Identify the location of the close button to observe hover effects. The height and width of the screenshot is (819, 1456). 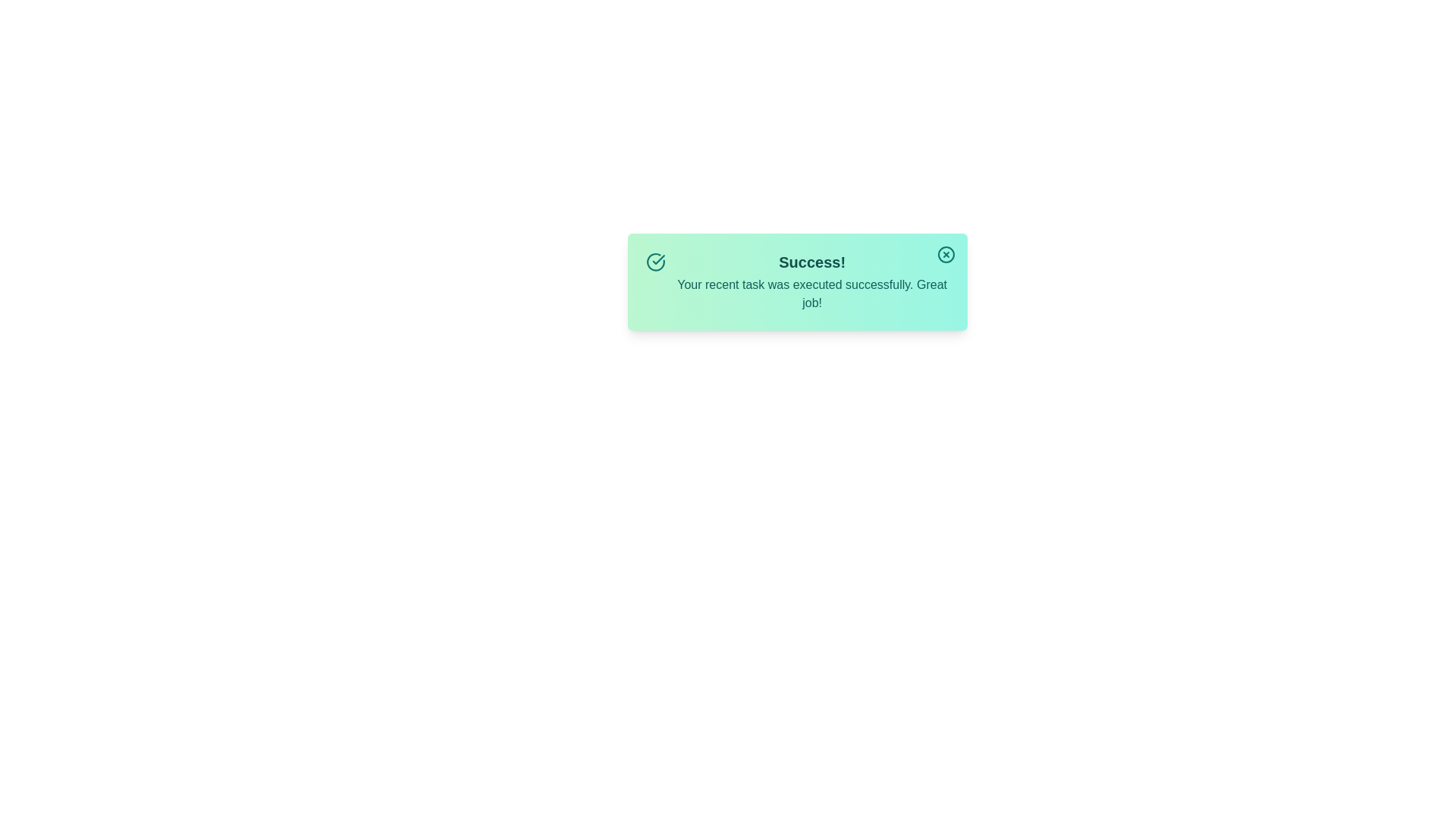
(946, 253).